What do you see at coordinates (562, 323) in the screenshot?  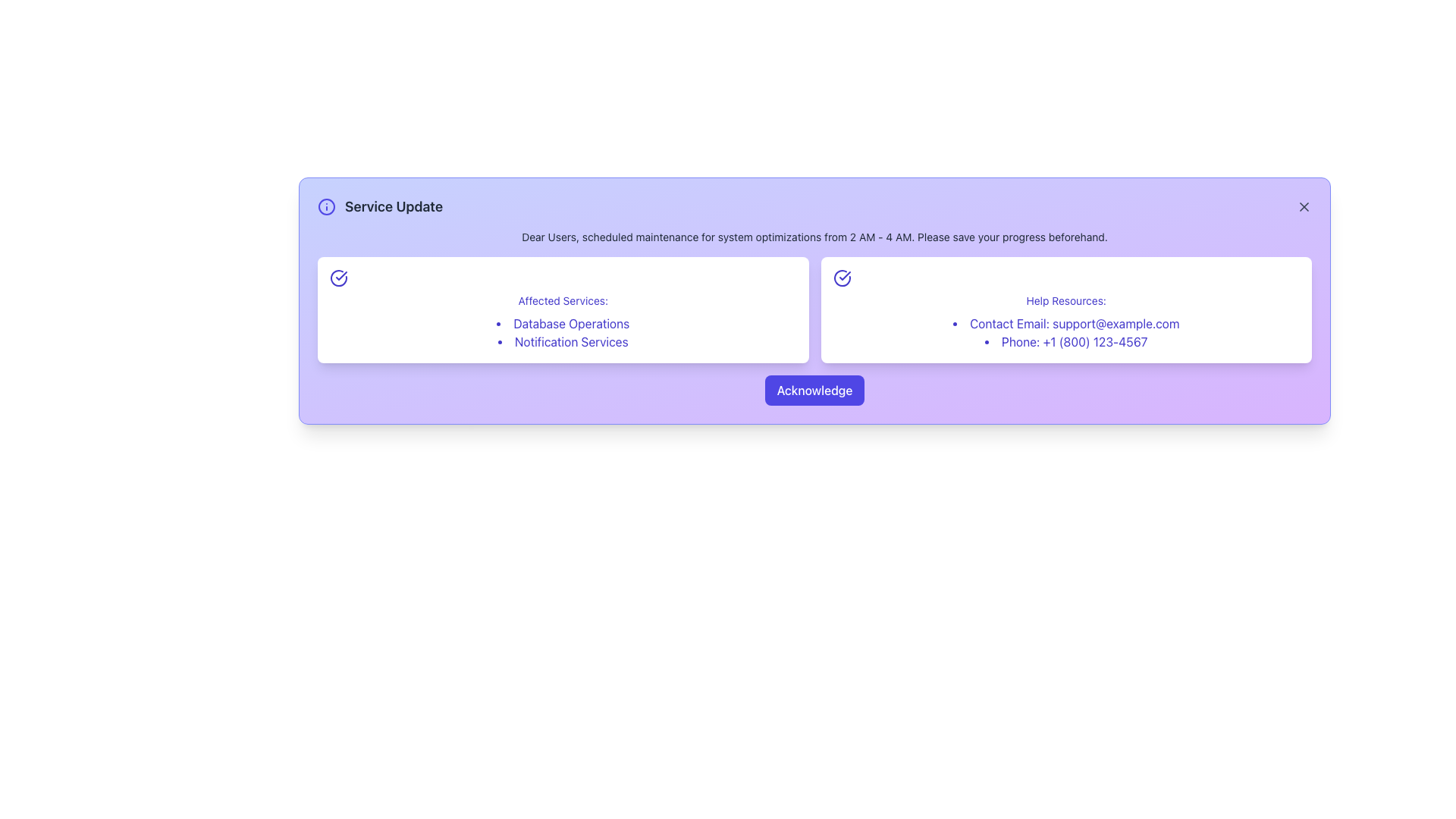 I see `the first informational text item in the bulleted list under the heading 'Affected Services:'` at bounding box center [562, 323].